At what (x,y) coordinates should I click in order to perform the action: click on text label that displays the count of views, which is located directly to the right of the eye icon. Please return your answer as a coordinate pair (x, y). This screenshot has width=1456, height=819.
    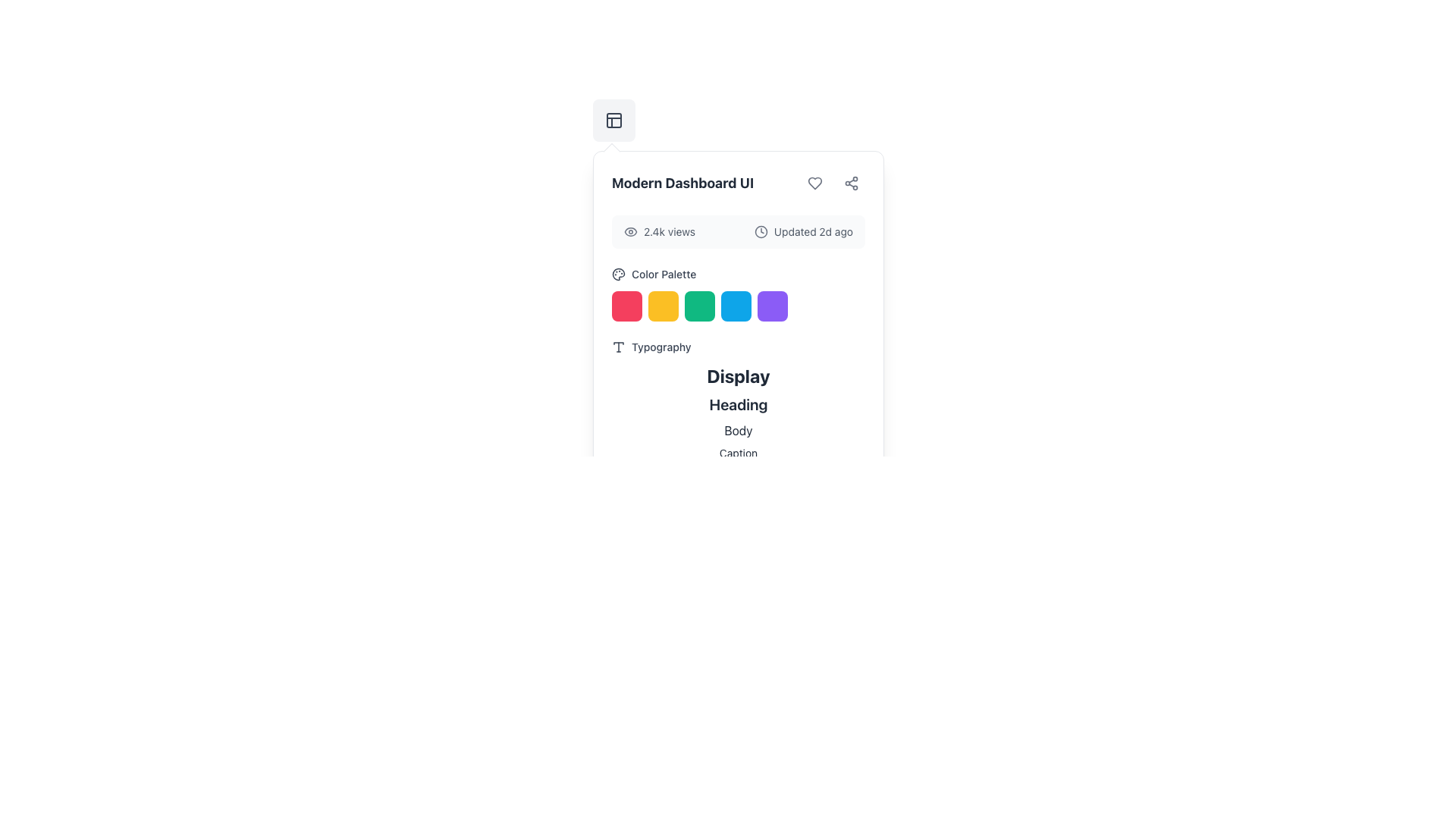
    Looking at the image, I should click on (669, 231).